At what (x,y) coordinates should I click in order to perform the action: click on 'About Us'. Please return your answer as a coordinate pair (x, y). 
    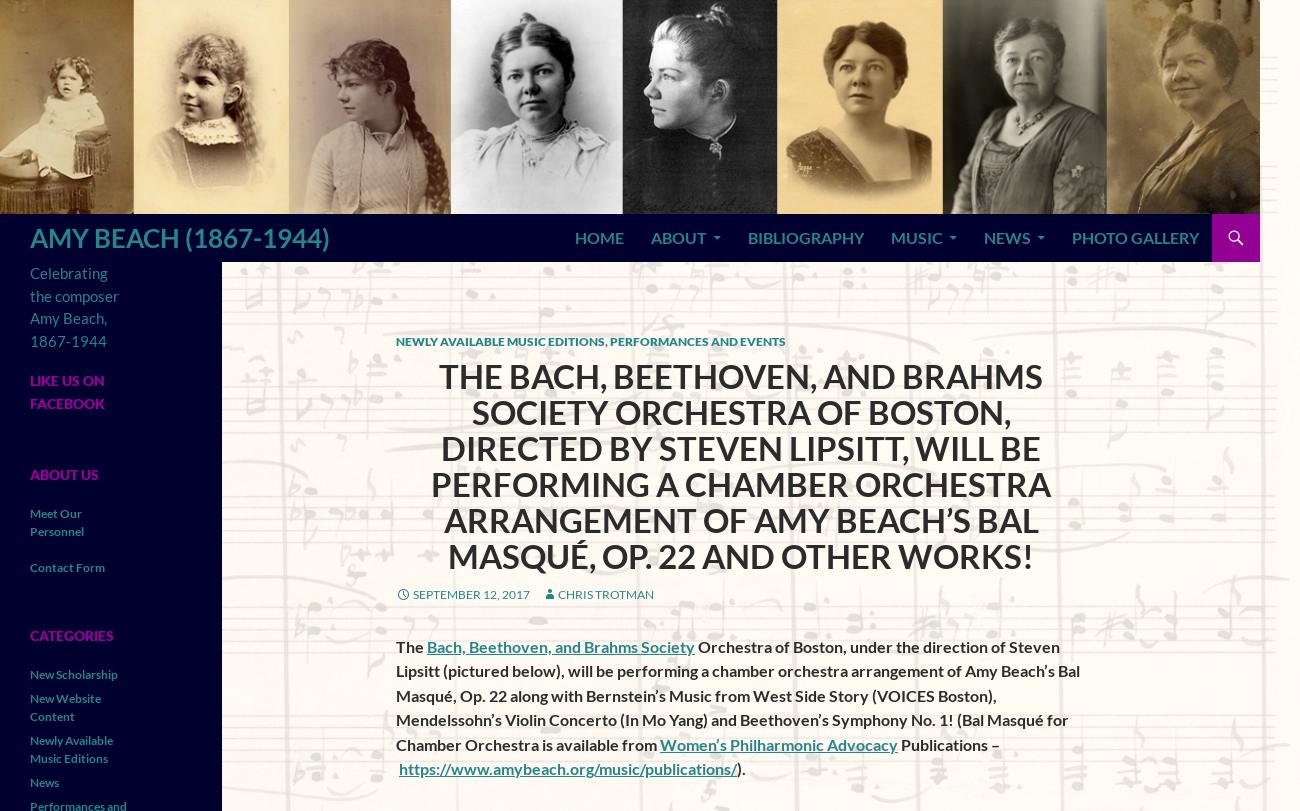
    Looking at the image, I should click on (64, 472).